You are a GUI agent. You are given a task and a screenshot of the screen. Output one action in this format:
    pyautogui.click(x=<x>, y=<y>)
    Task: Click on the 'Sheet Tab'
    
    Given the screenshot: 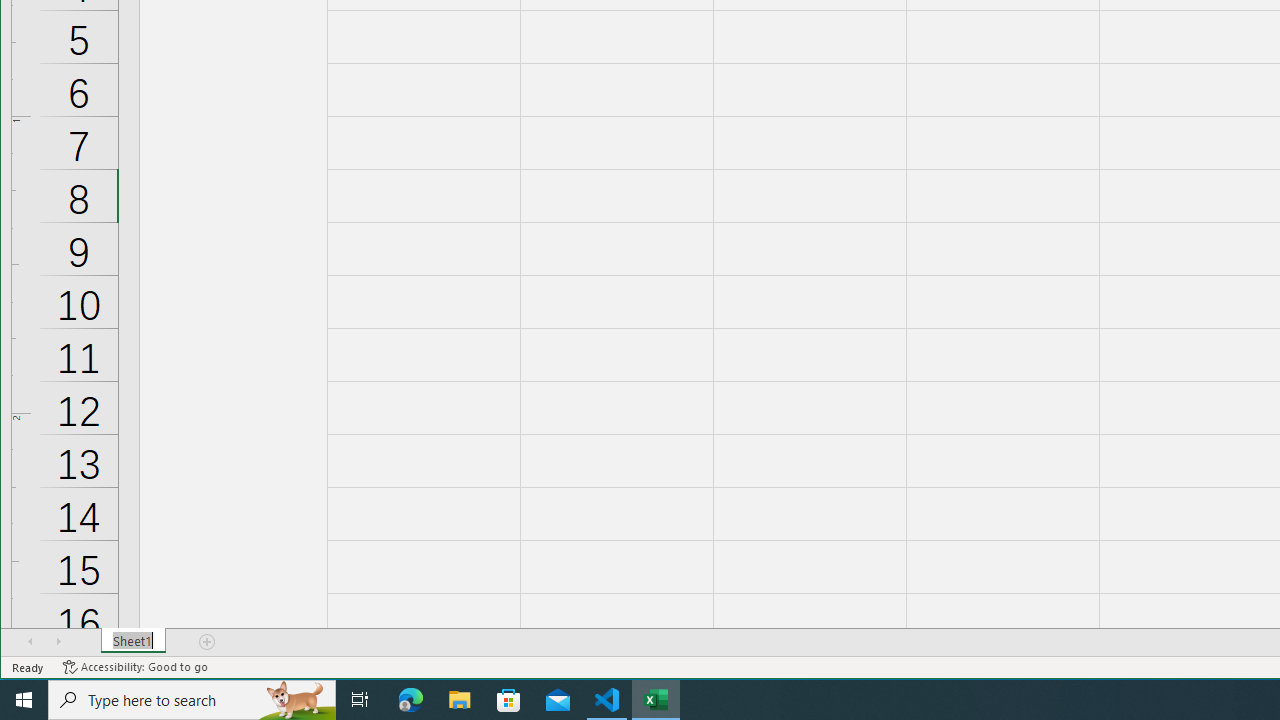 What is the action you would take?
    pyautogui.click(x=132, y=641)
    